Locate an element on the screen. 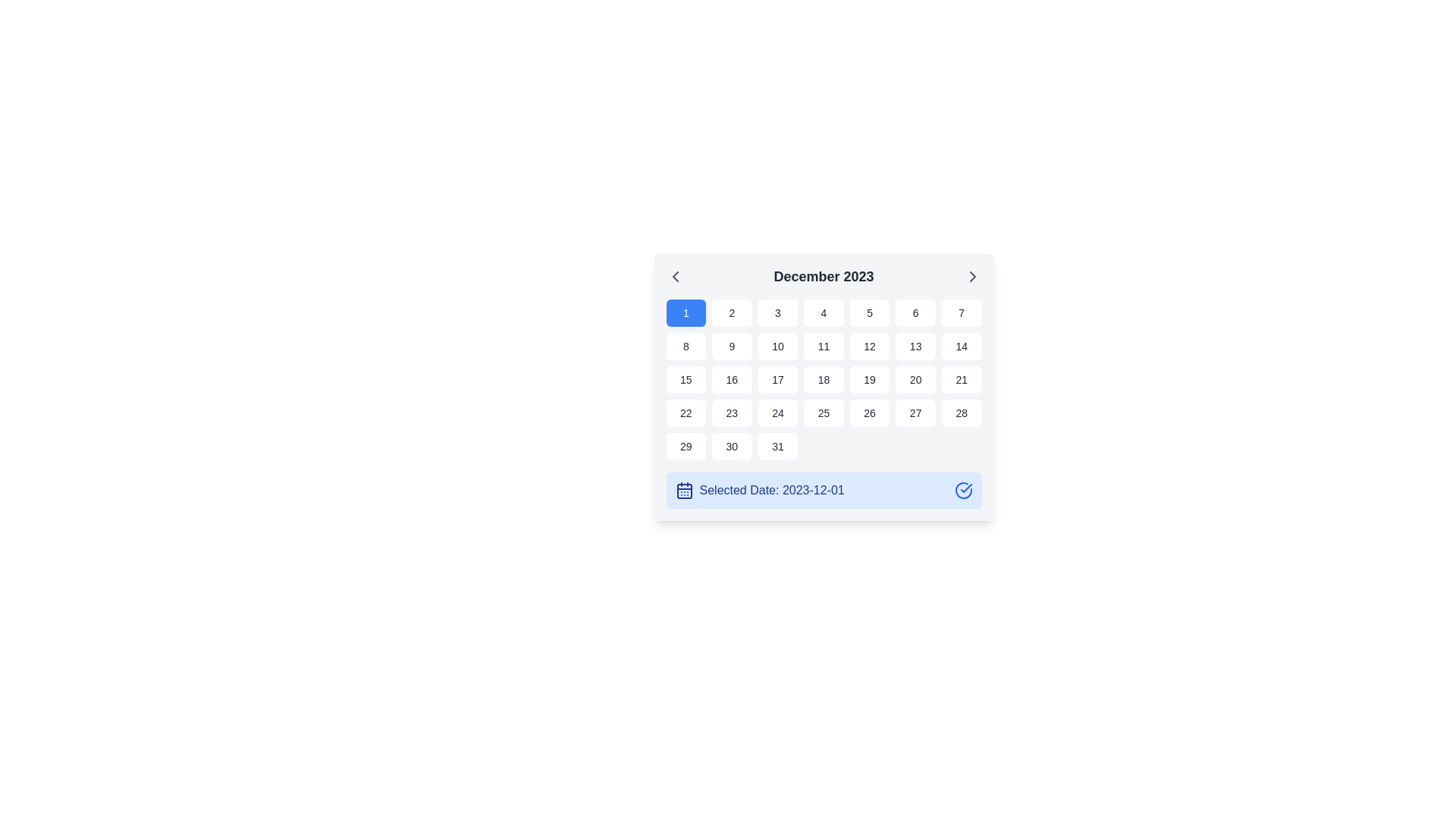 Image resolution: width=1456 pixels, height=819 pixels. the button displaying the number '9' in the calendar grid for December 2023 is located at coordinates (732, 346).